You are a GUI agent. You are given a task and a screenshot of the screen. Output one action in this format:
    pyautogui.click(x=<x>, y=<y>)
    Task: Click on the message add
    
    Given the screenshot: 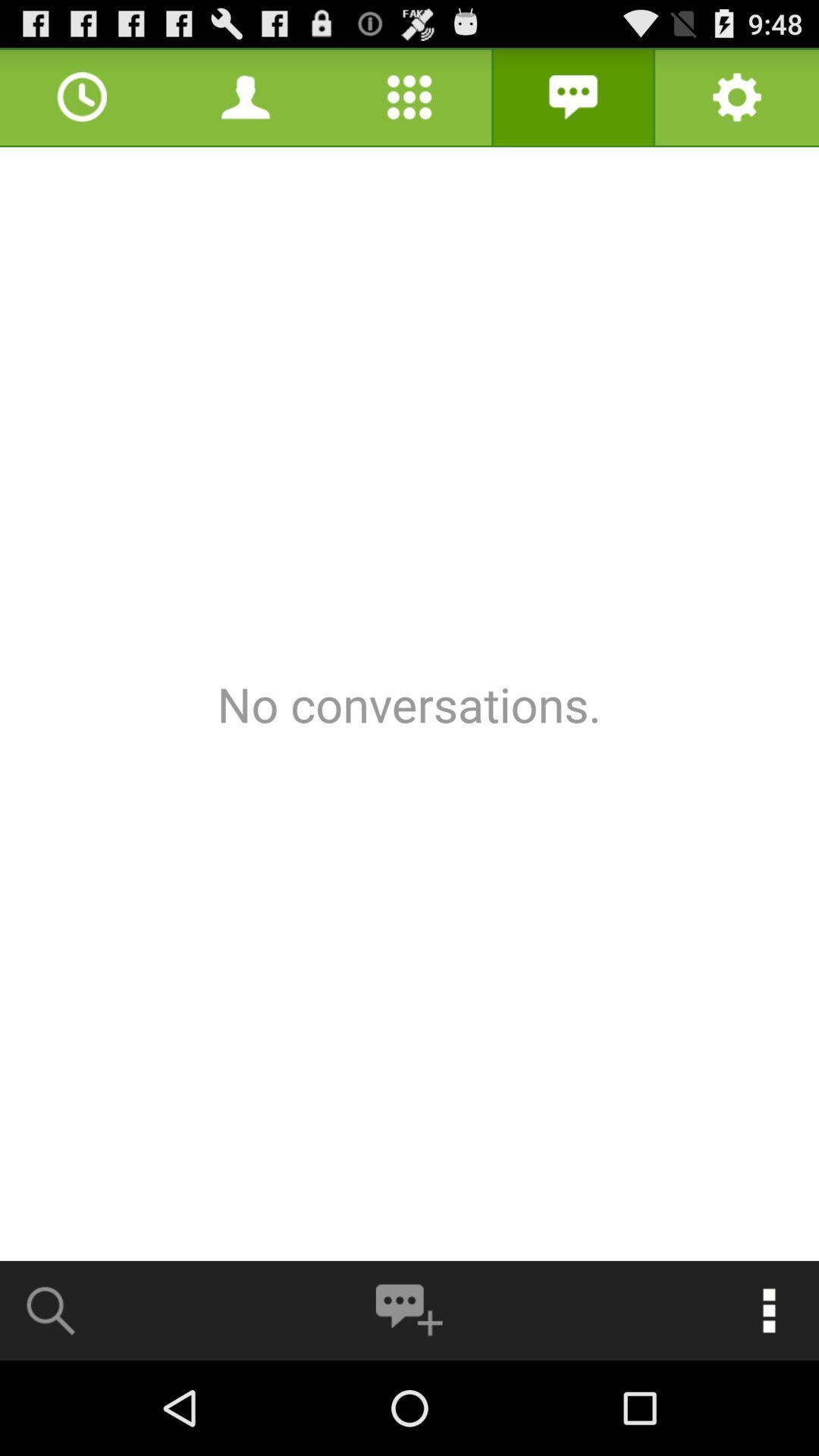 What is the action you would take?
    pyautogui.click(x=408, y=1310)
    